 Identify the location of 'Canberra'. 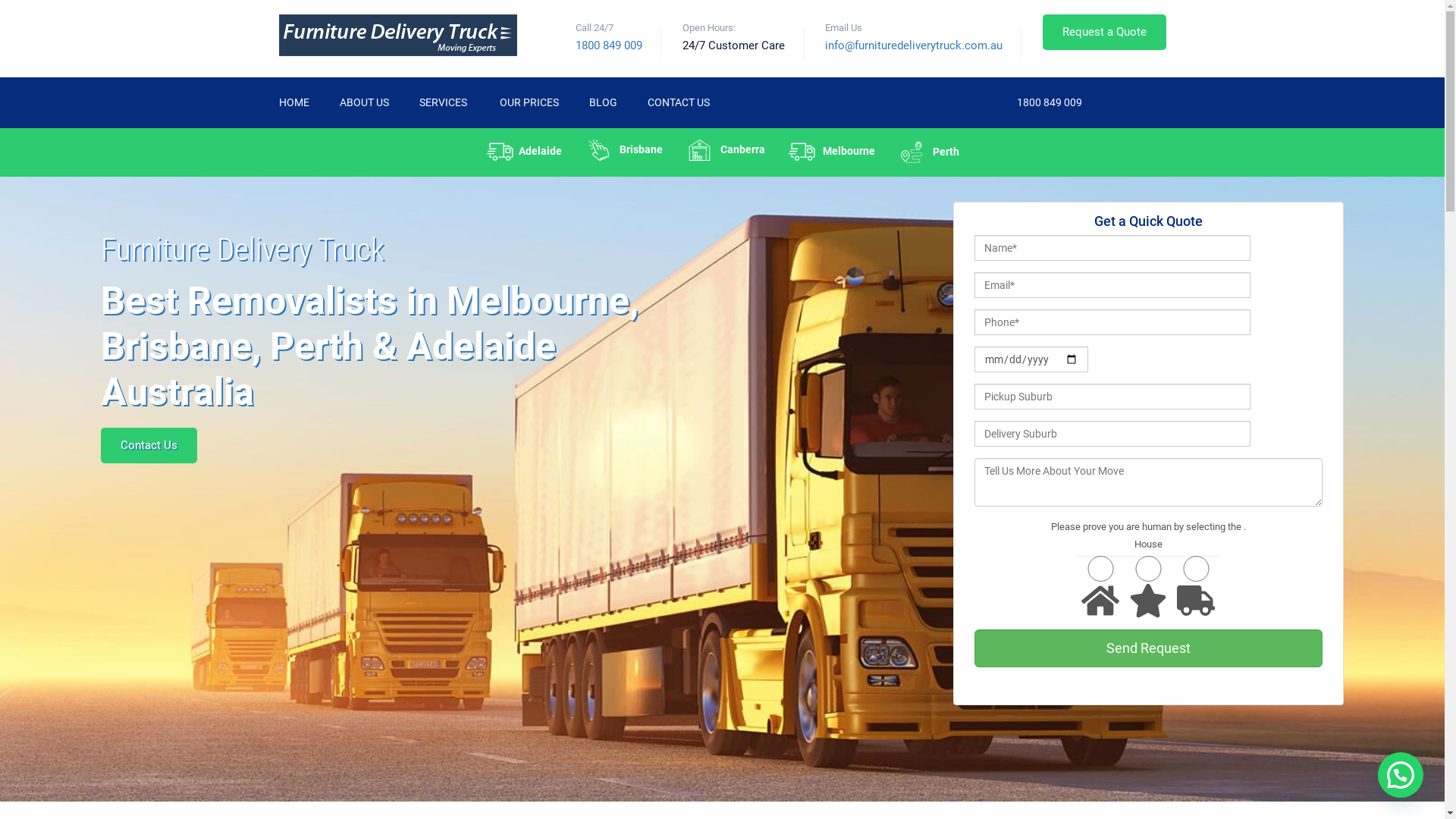
(673, 149).